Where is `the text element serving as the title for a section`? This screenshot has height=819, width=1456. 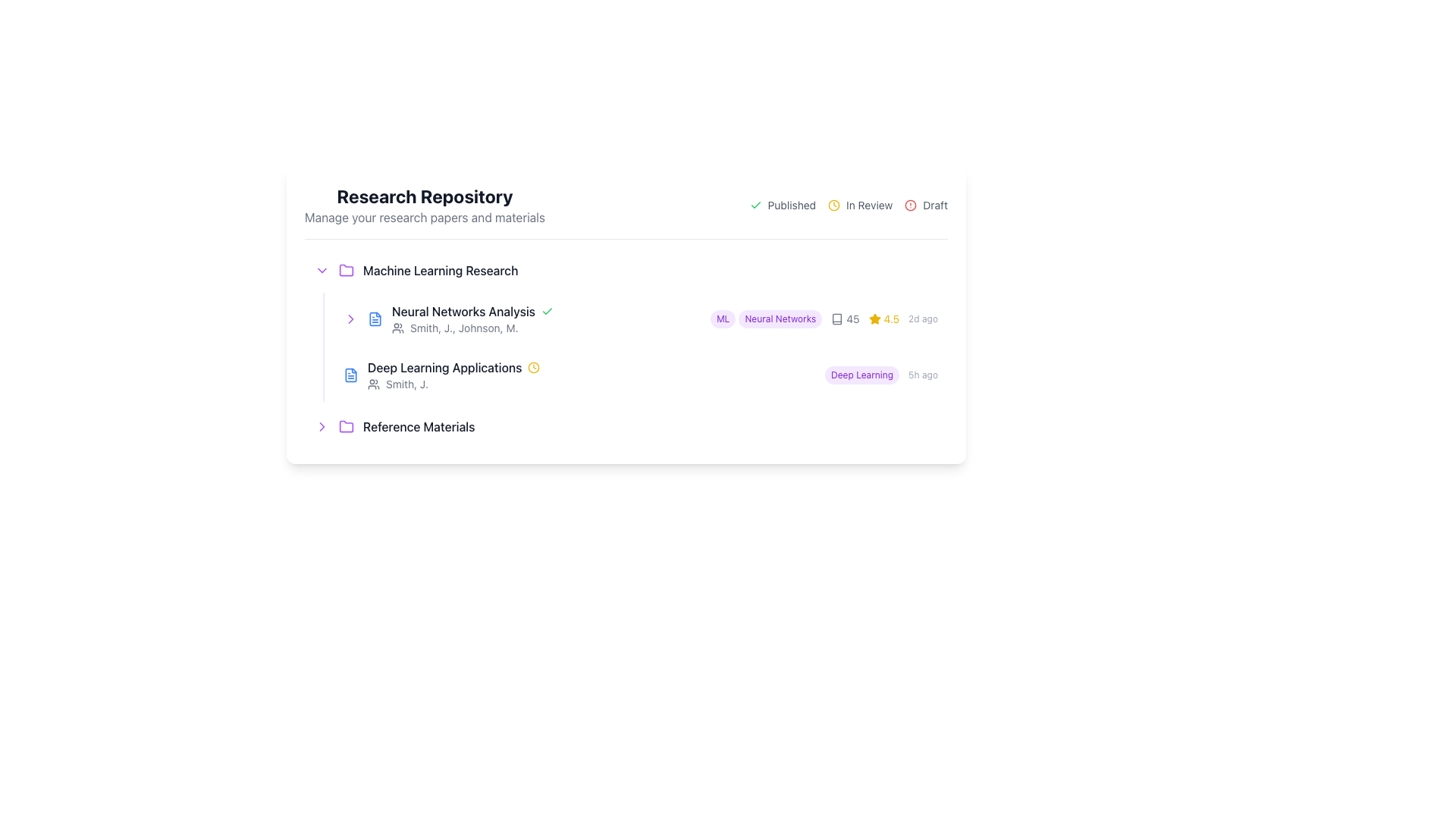 the text element serving as the title for a section is located at coordinates (440, 270).